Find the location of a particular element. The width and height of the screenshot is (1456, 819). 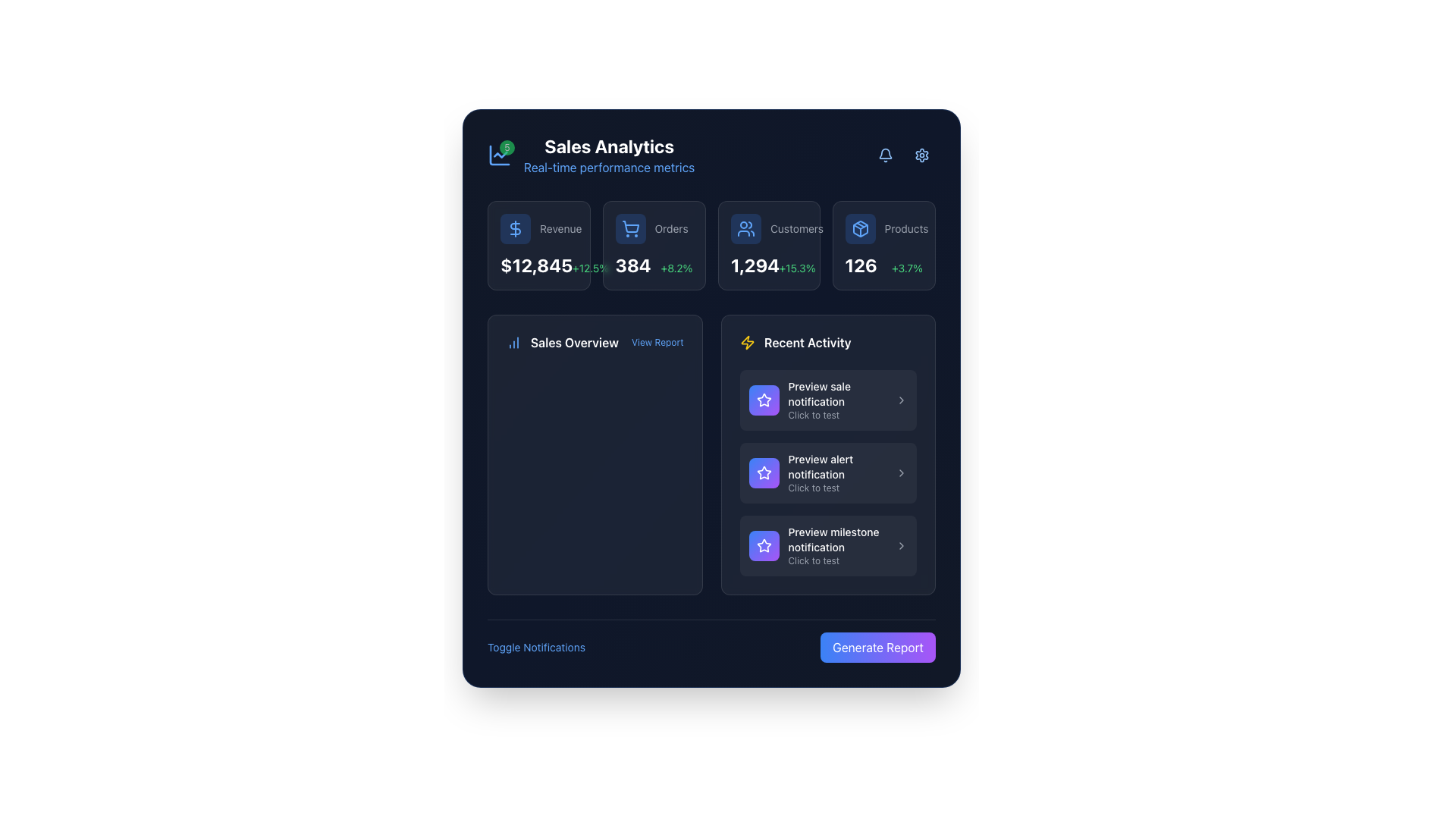

the star icon with a white border on a purple background located in the top-center of the 'Preview sale notification' card in the 'Recent Activity' section is located at coordinates (764, 472).